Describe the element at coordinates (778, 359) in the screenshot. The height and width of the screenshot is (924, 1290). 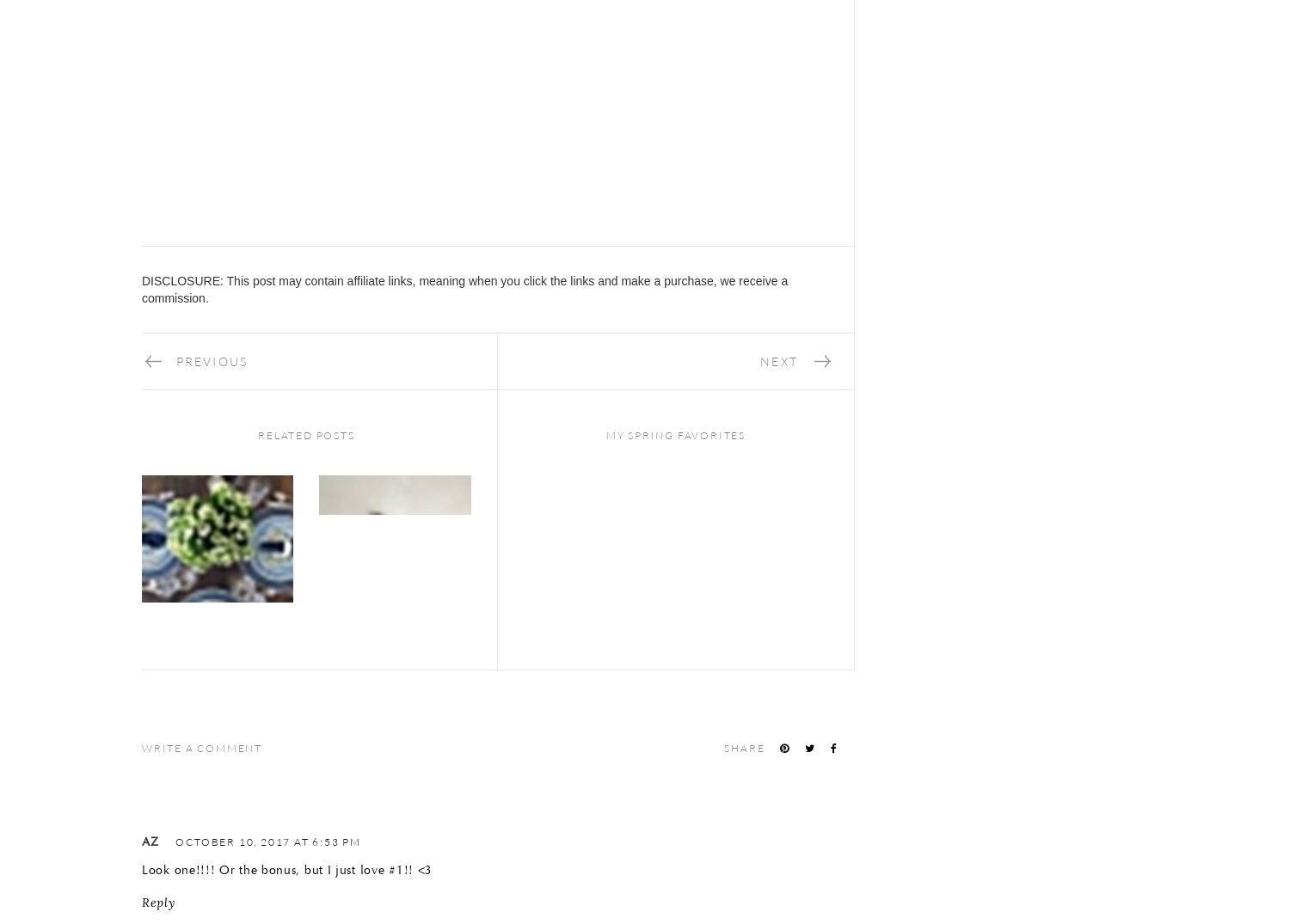
I see `'next'` at that location.